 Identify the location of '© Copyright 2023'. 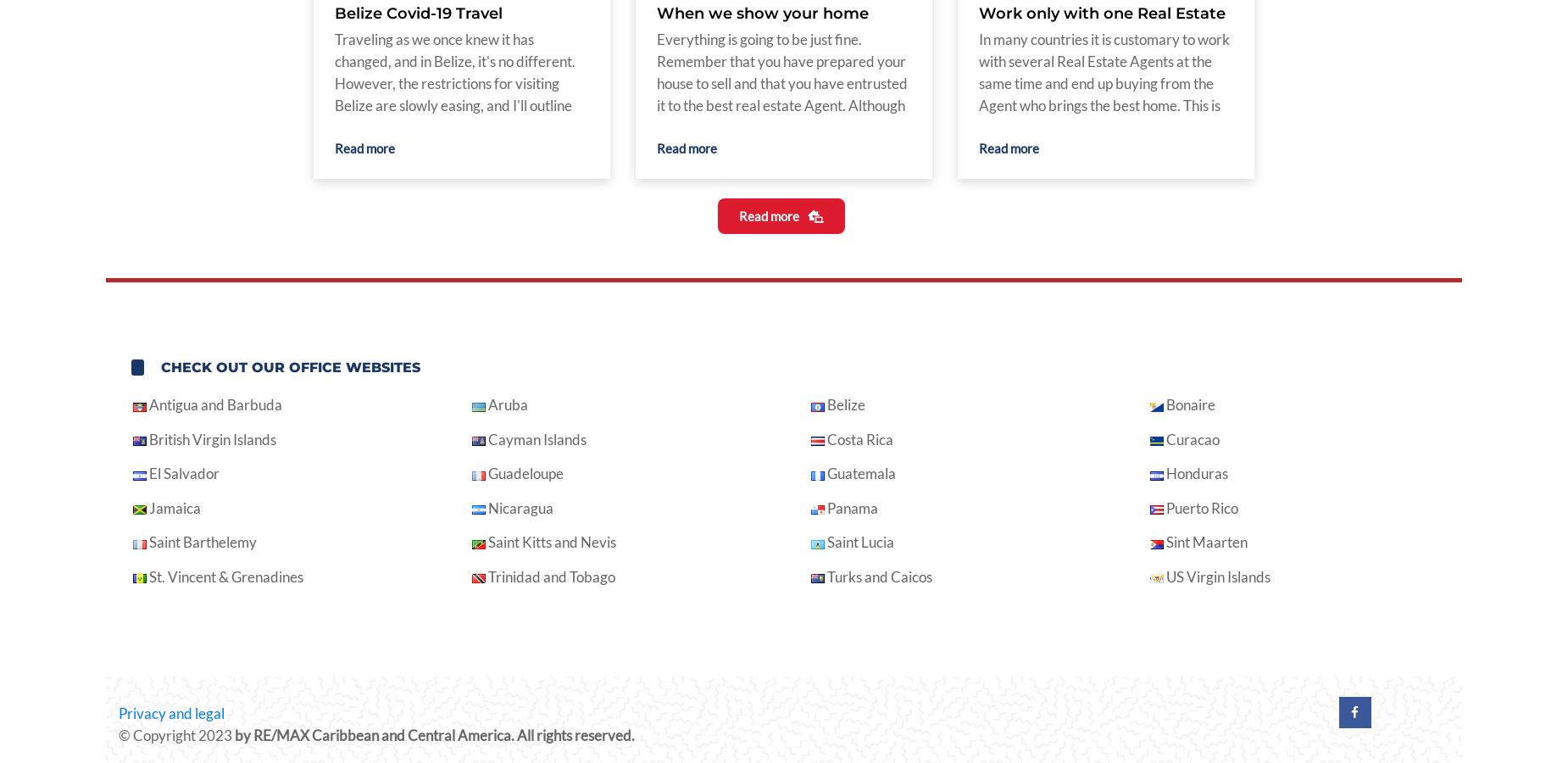
(118, 735).